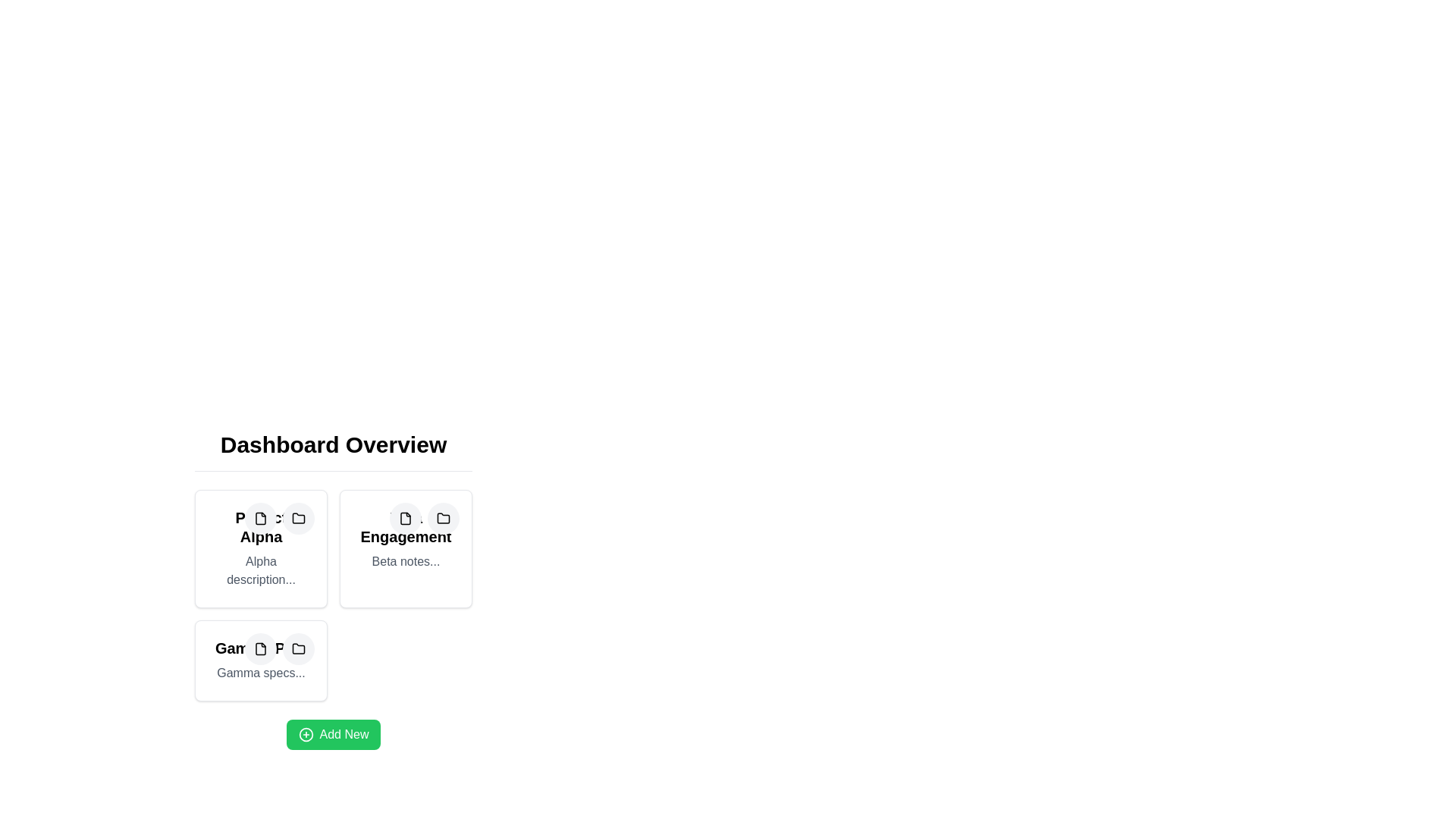  I want to click on the folder icon located in the first card under 'Dashboard Overview', positioned to the right of the document icon and beneath the letter P icon within the card labeled 'Alpha', so click(298, 516).